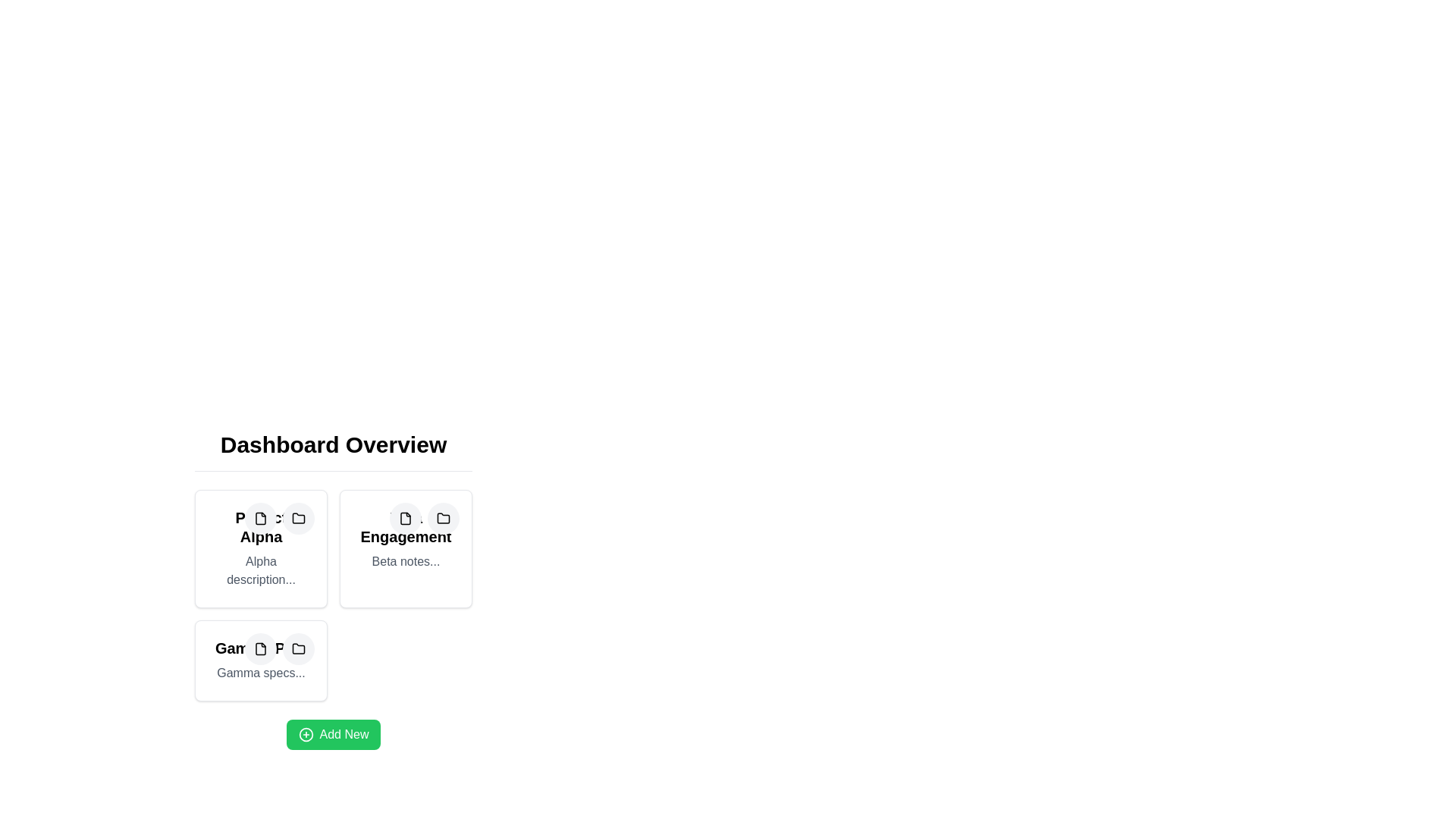  I want to click on the folder icon located in the first card under 'Dashboard Overview', positioned to the right of the document icon and beneath the letter P icon within the card labeled 'Alpha', so click(298, 516).